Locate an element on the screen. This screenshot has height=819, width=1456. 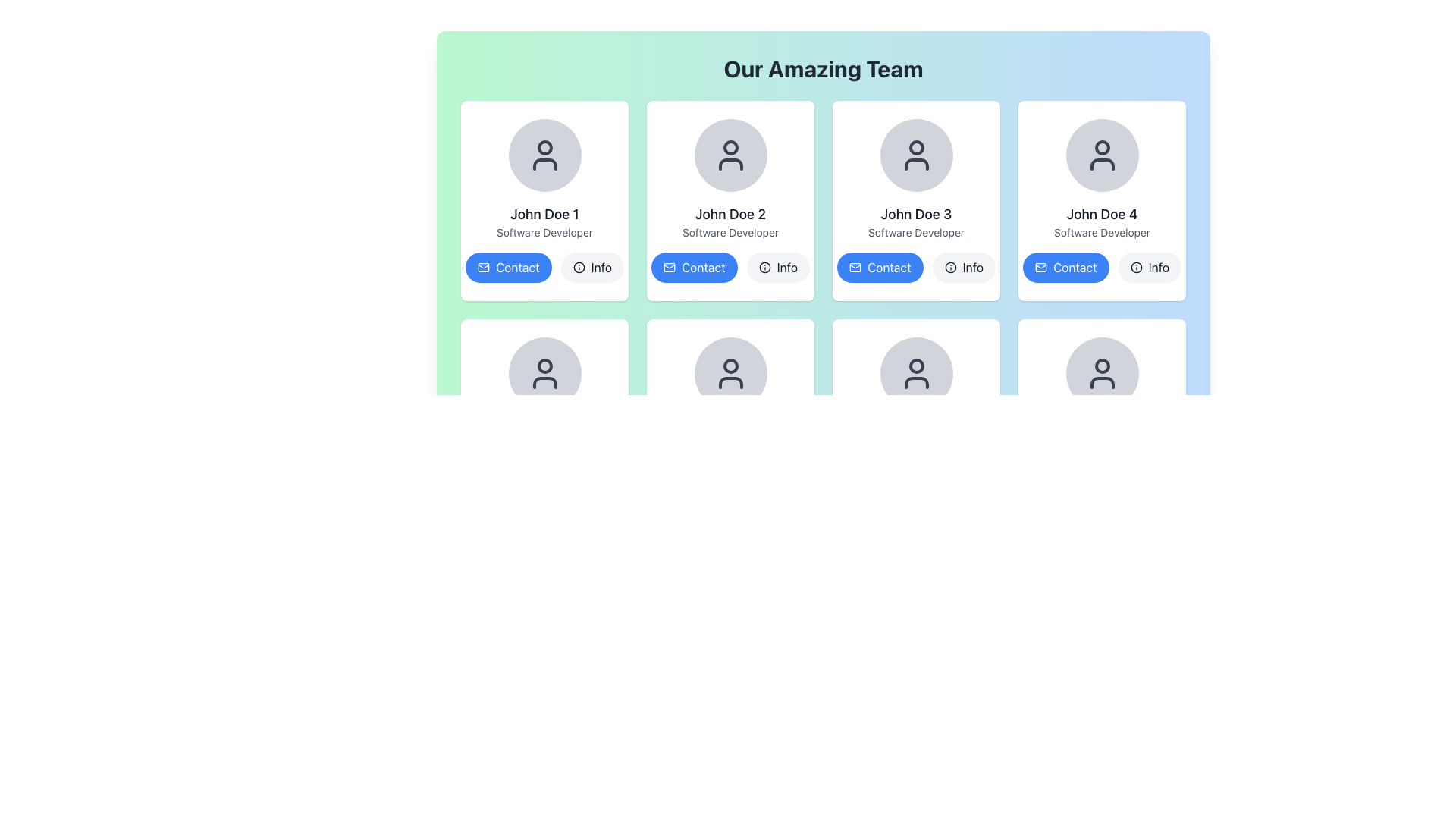
the User icon graphic representing 'John Doe 2' in the profile card, which is located in the second column of the first row of the 'Our Amazing Team' grid layout is located at coordinates (730, 155).